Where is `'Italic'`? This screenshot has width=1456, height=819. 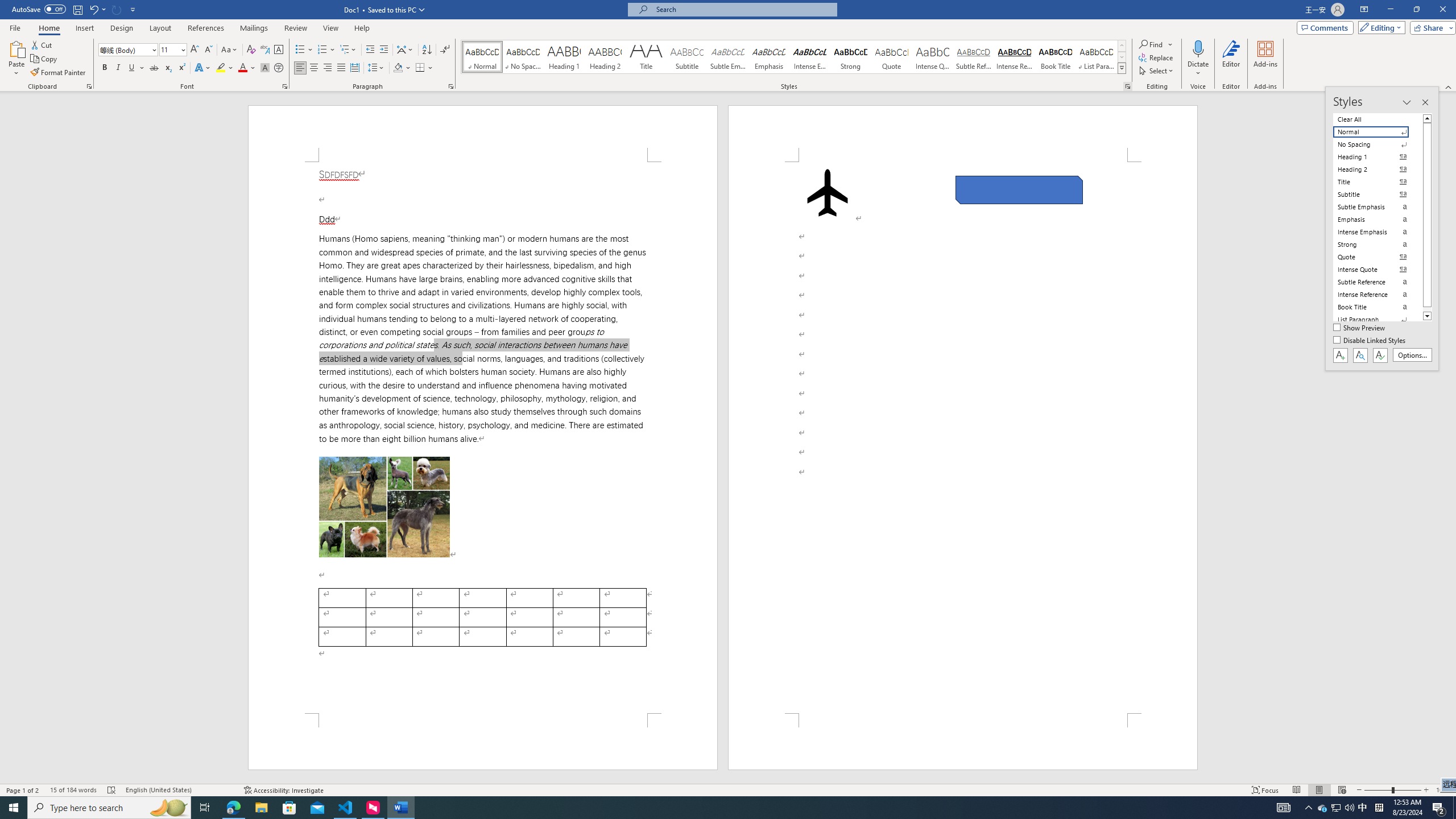 'Italic' is located at coordinates (118, 67).